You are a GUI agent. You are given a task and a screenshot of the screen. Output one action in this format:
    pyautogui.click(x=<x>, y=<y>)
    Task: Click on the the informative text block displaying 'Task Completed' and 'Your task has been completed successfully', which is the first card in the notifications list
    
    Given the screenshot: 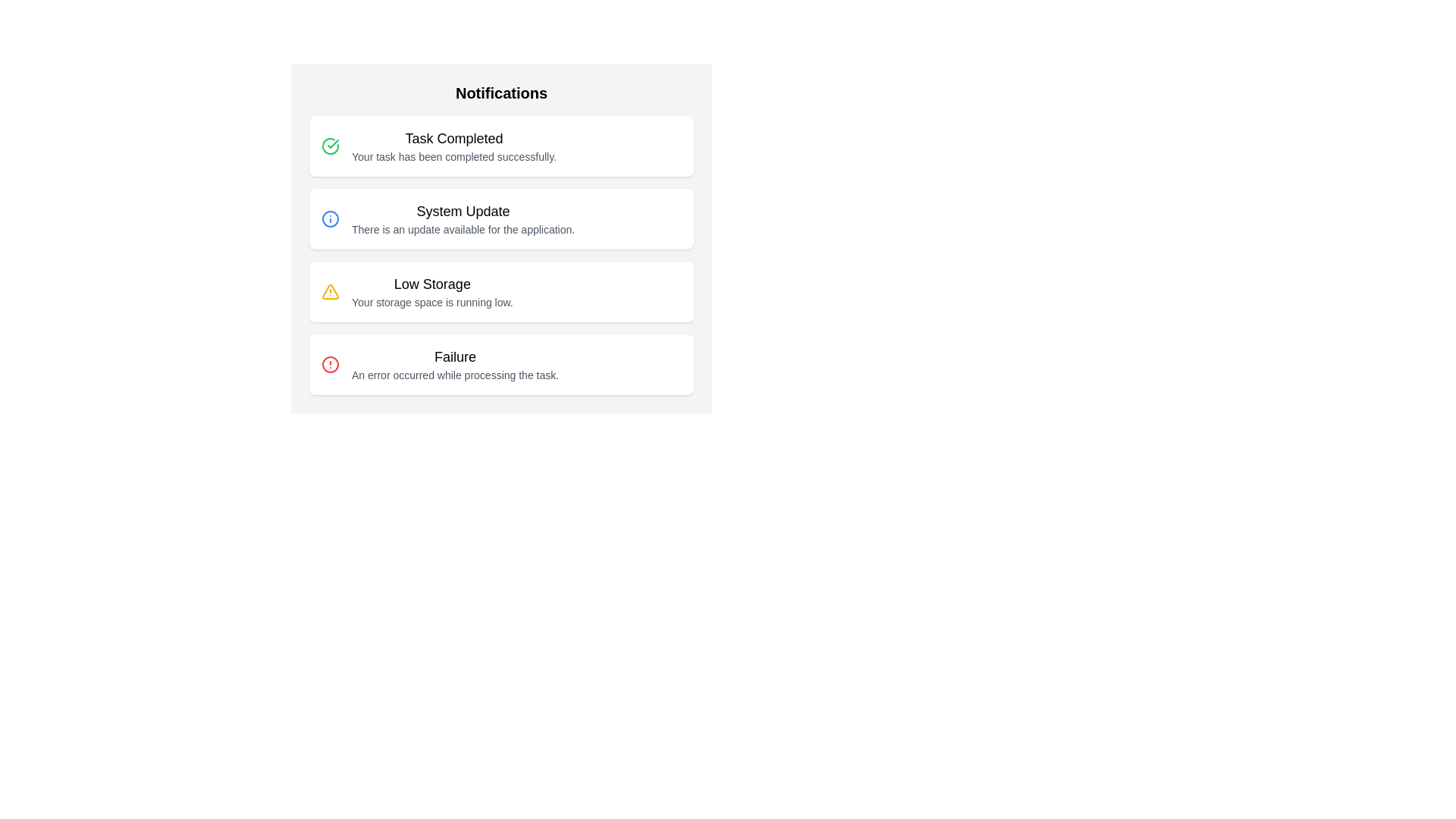 What is the action you would take?
    pyautogui.click(x=453, y=146)
    